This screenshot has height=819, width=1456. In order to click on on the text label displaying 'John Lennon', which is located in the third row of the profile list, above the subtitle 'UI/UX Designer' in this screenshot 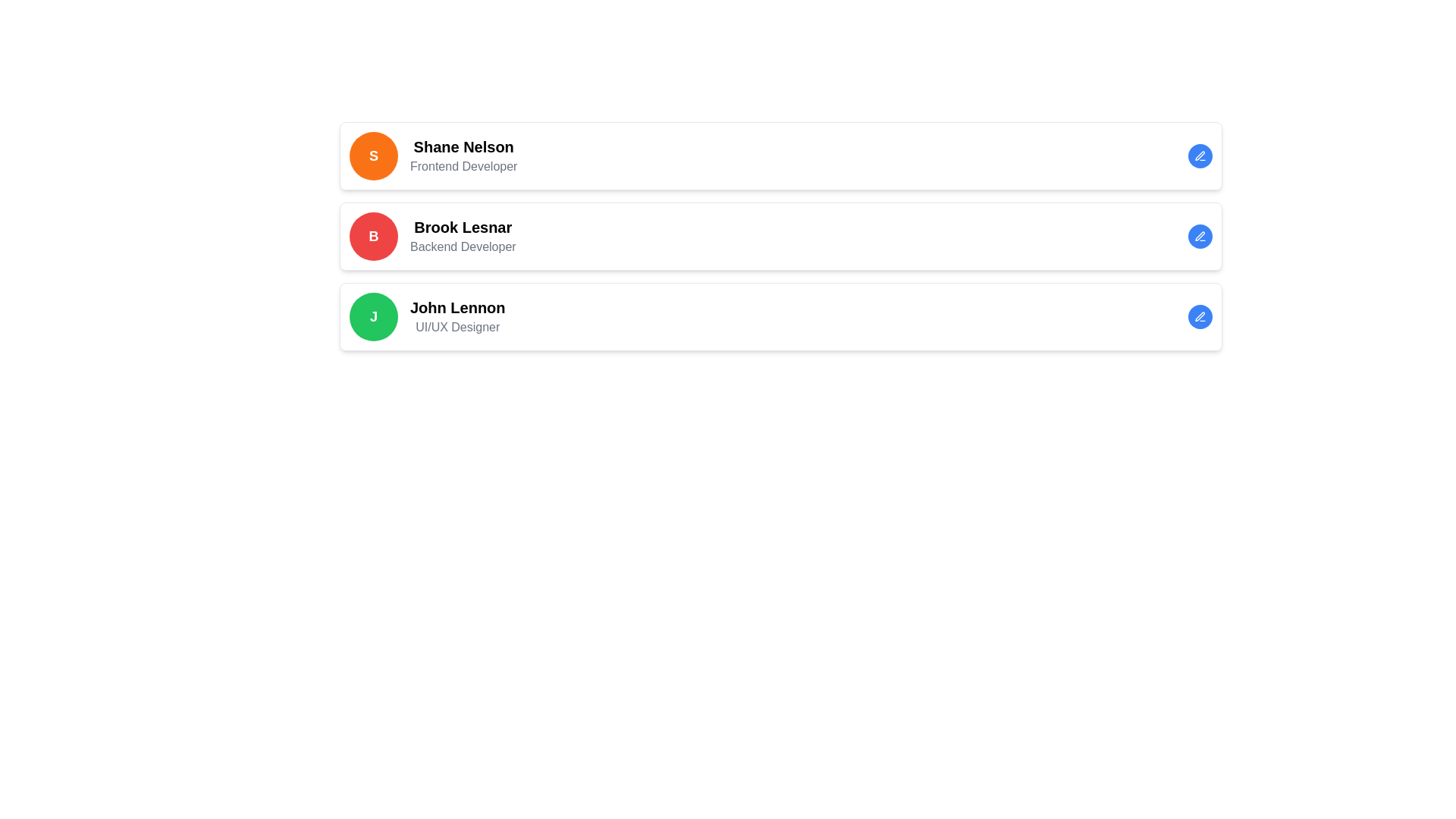, I will do `click(457, 307)`.